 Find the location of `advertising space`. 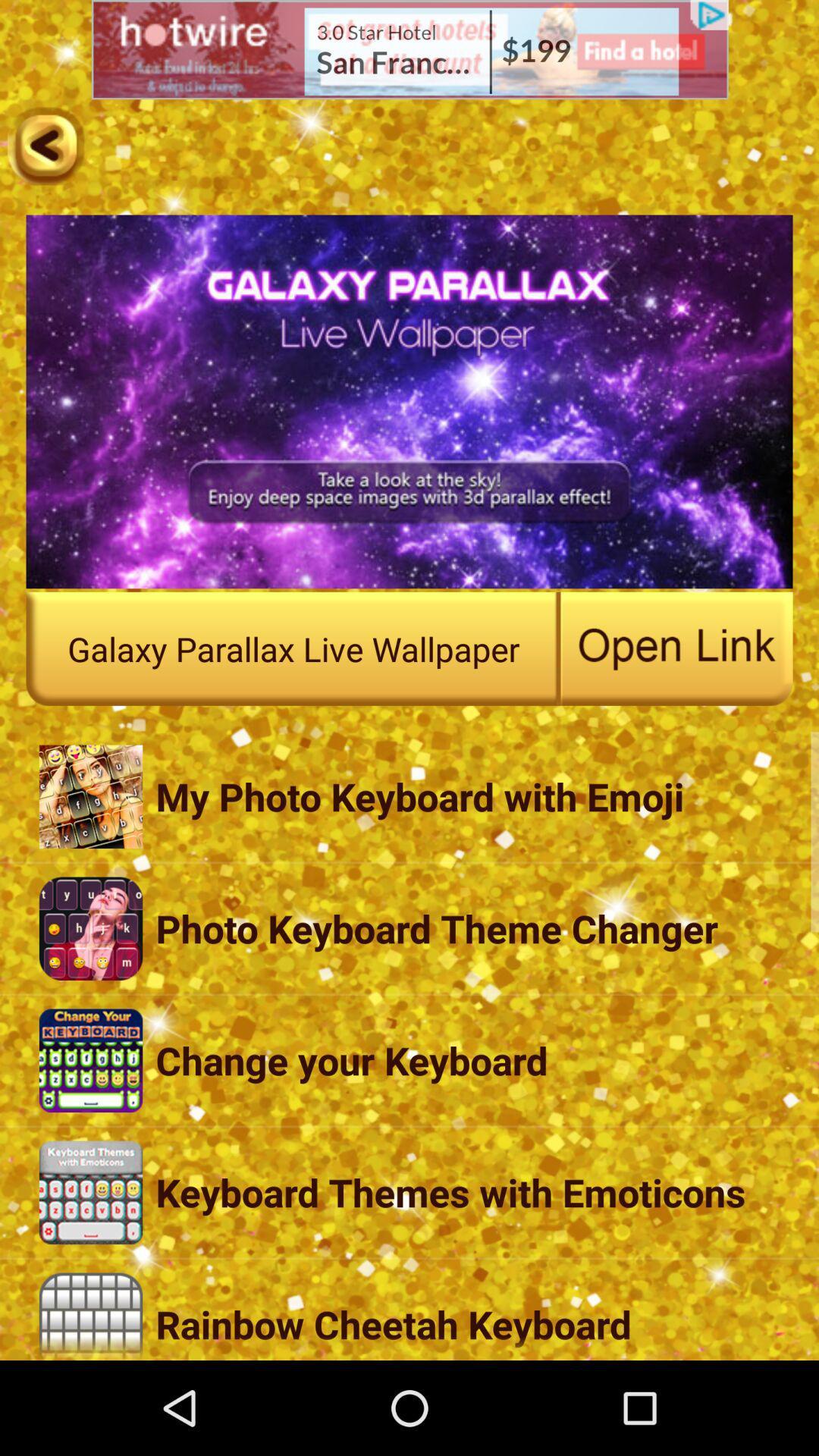

advertising space is located at coordinates (409, 49).